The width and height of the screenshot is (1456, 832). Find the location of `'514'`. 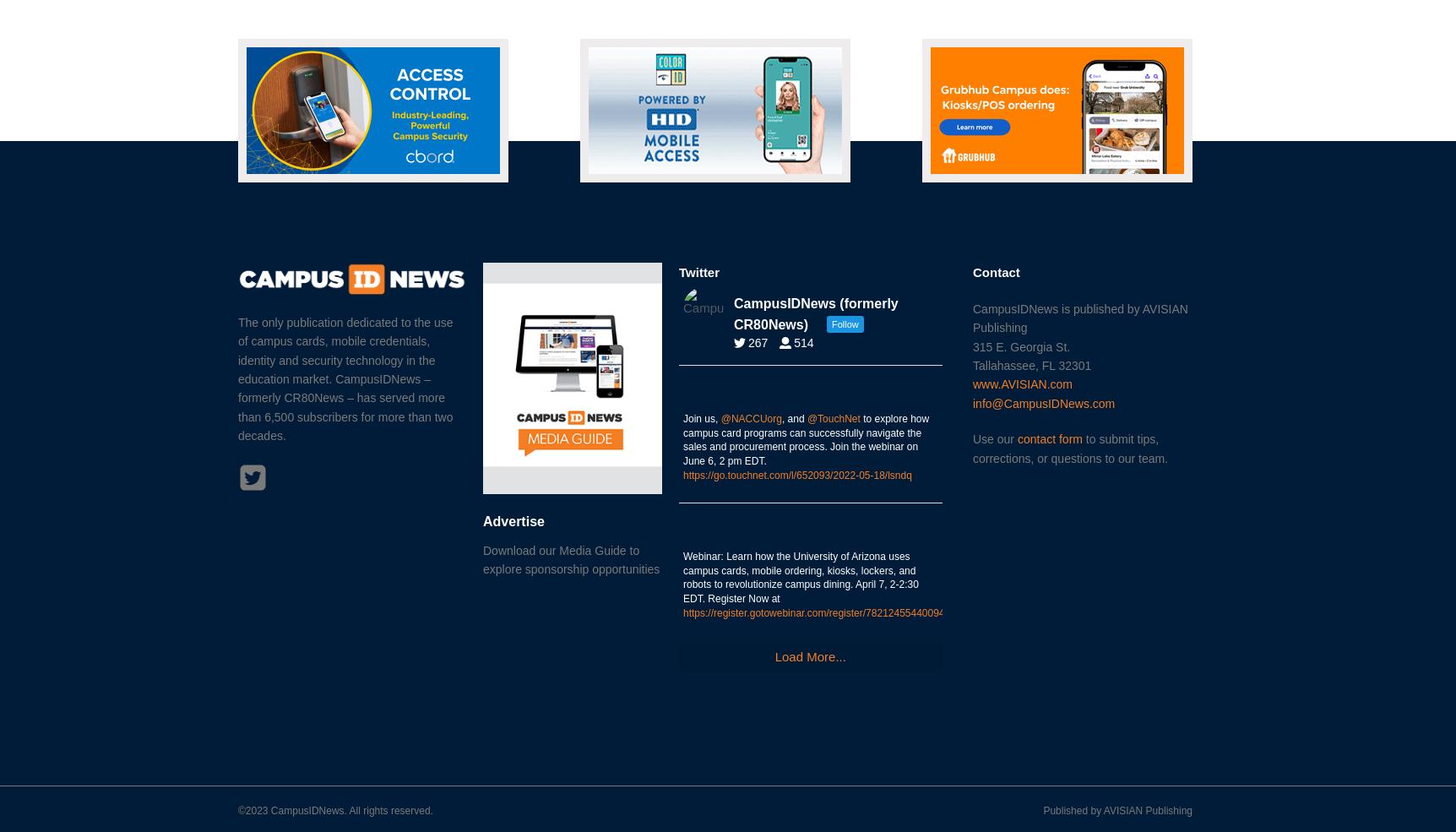

'514' is located at coordinates (802, 341).